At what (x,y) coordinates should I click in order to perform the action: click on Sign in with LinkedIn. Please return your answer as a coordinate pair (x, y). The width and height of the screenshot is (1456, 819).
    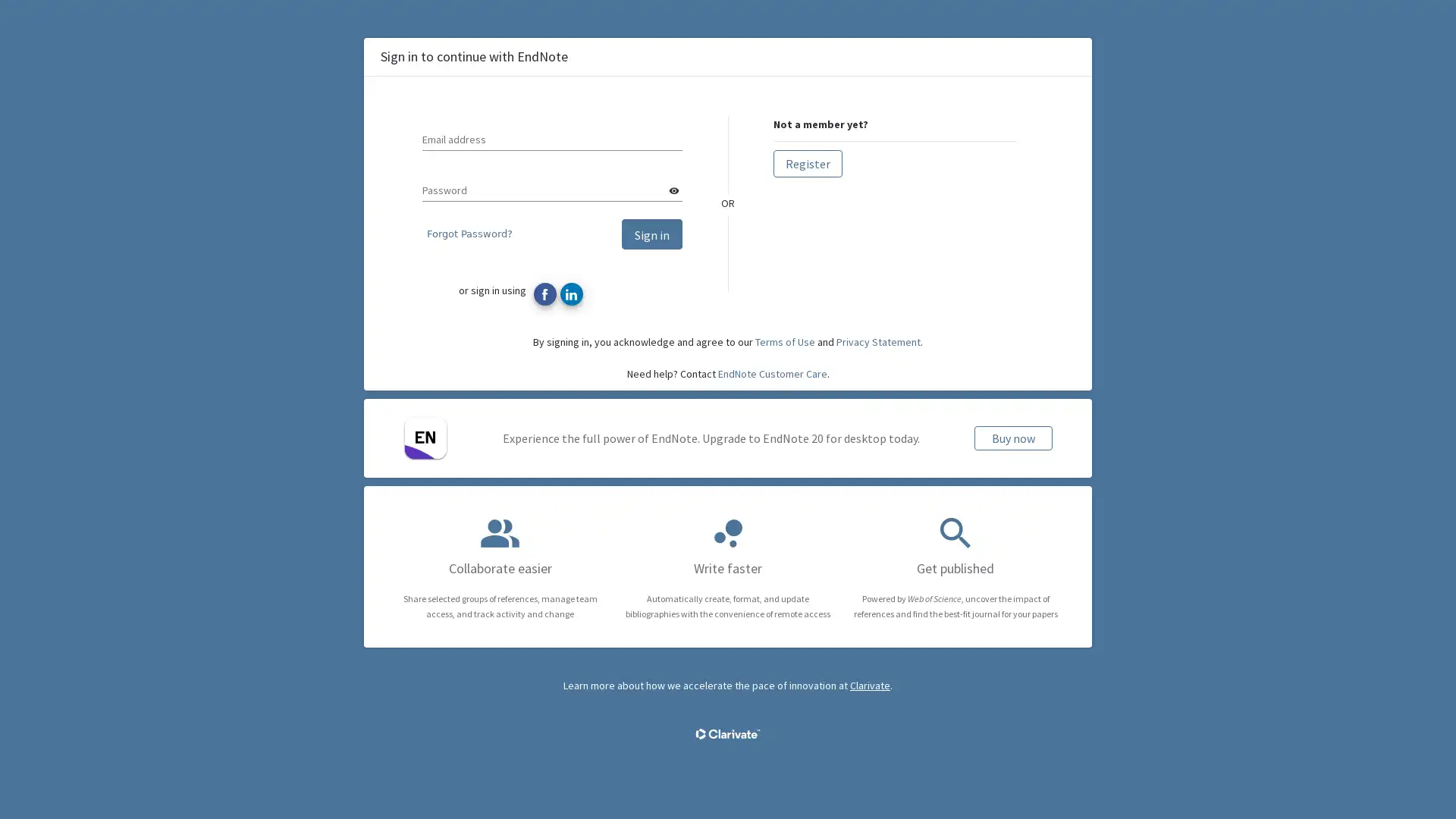
    Looking at the image, I should click on (570, 293).